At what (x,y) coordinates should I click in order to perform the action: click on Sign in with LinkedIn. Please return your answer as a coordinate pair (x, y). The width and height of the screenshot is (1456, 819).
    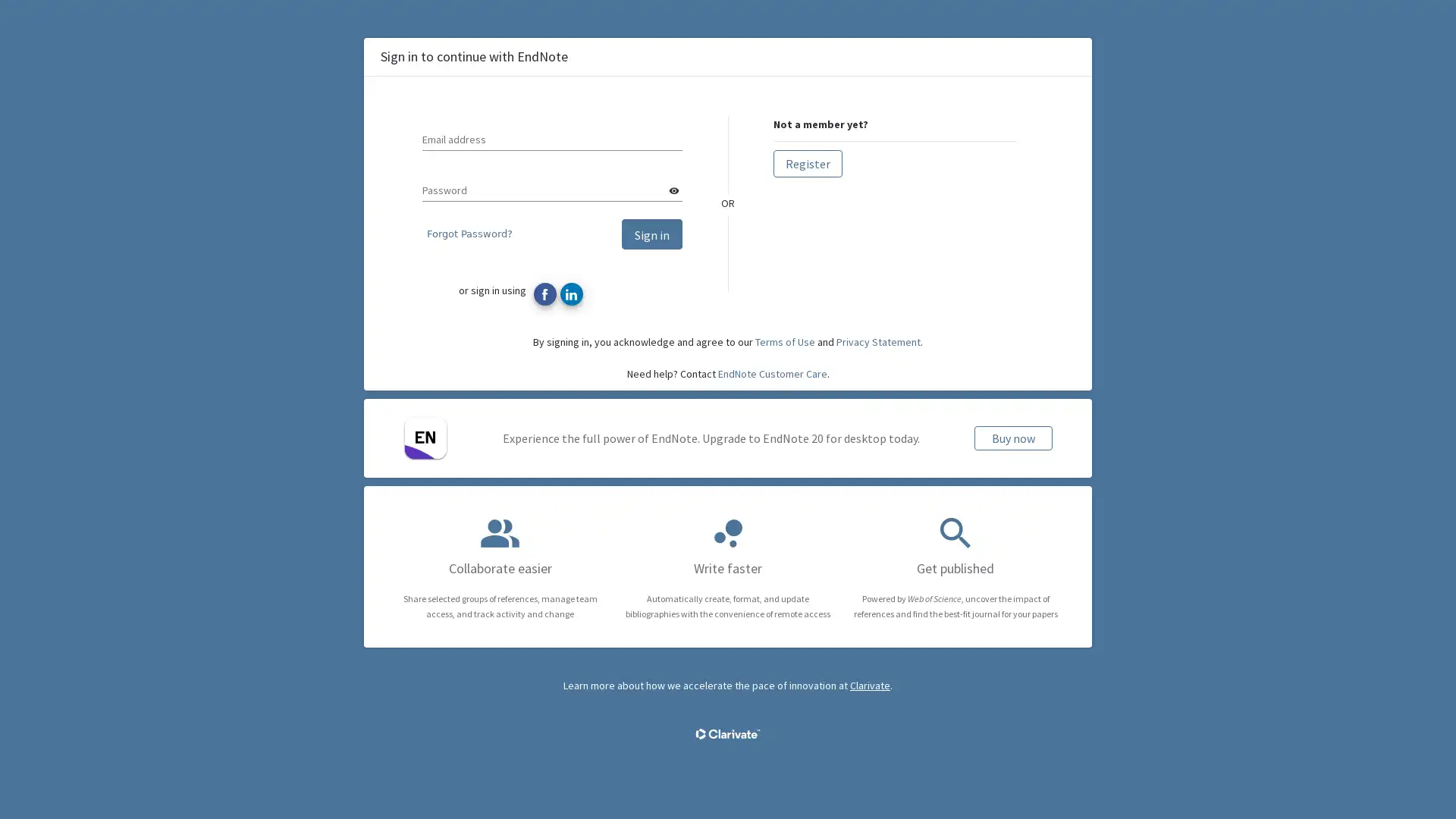
    Looking at the image, I should click on (570, 293).